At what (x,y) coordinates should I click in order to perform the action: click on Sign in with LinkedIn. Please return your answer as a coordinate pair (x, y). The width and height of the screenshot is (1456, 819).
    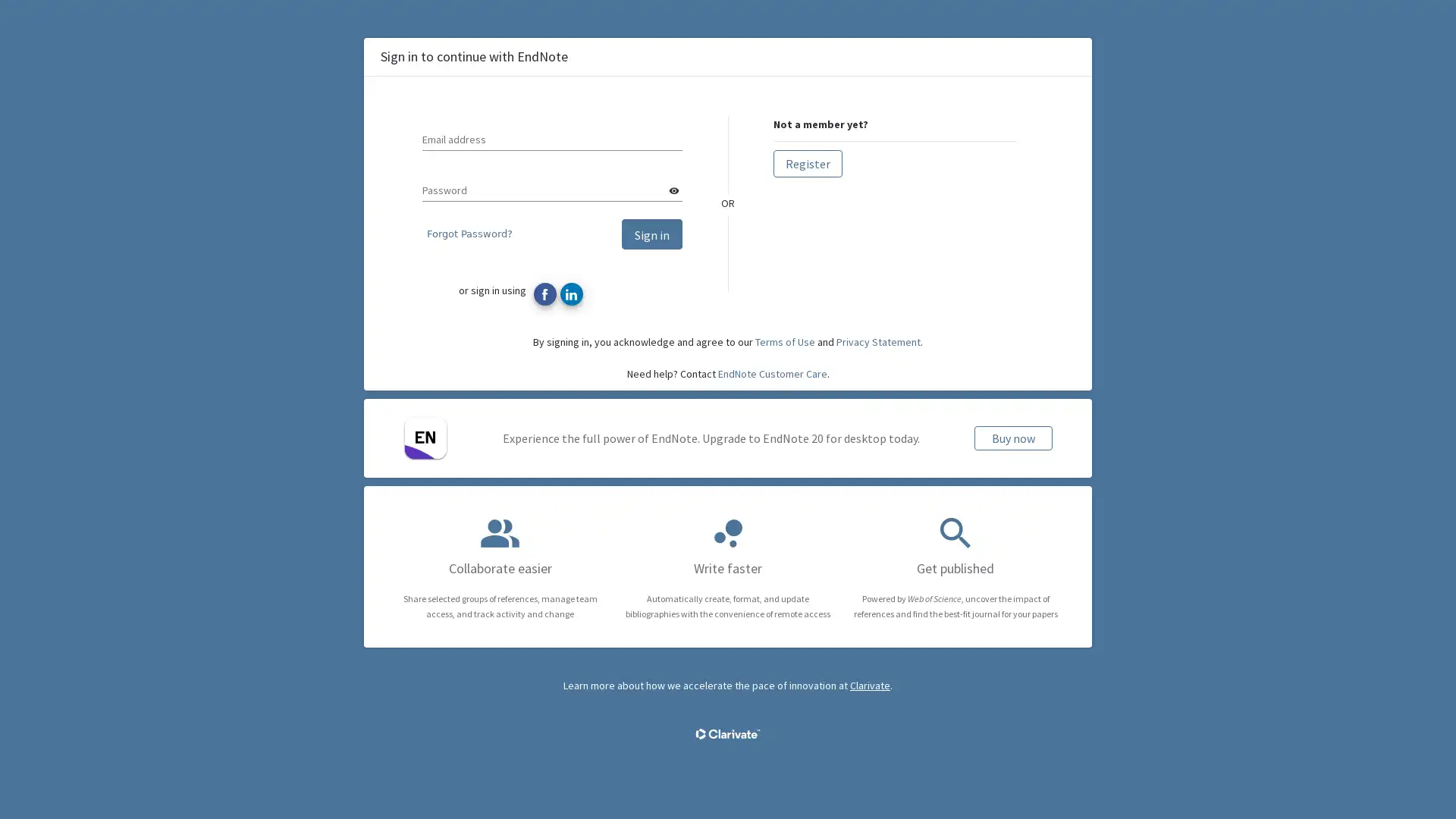
    Looking at the image, I should click on (570, 293).